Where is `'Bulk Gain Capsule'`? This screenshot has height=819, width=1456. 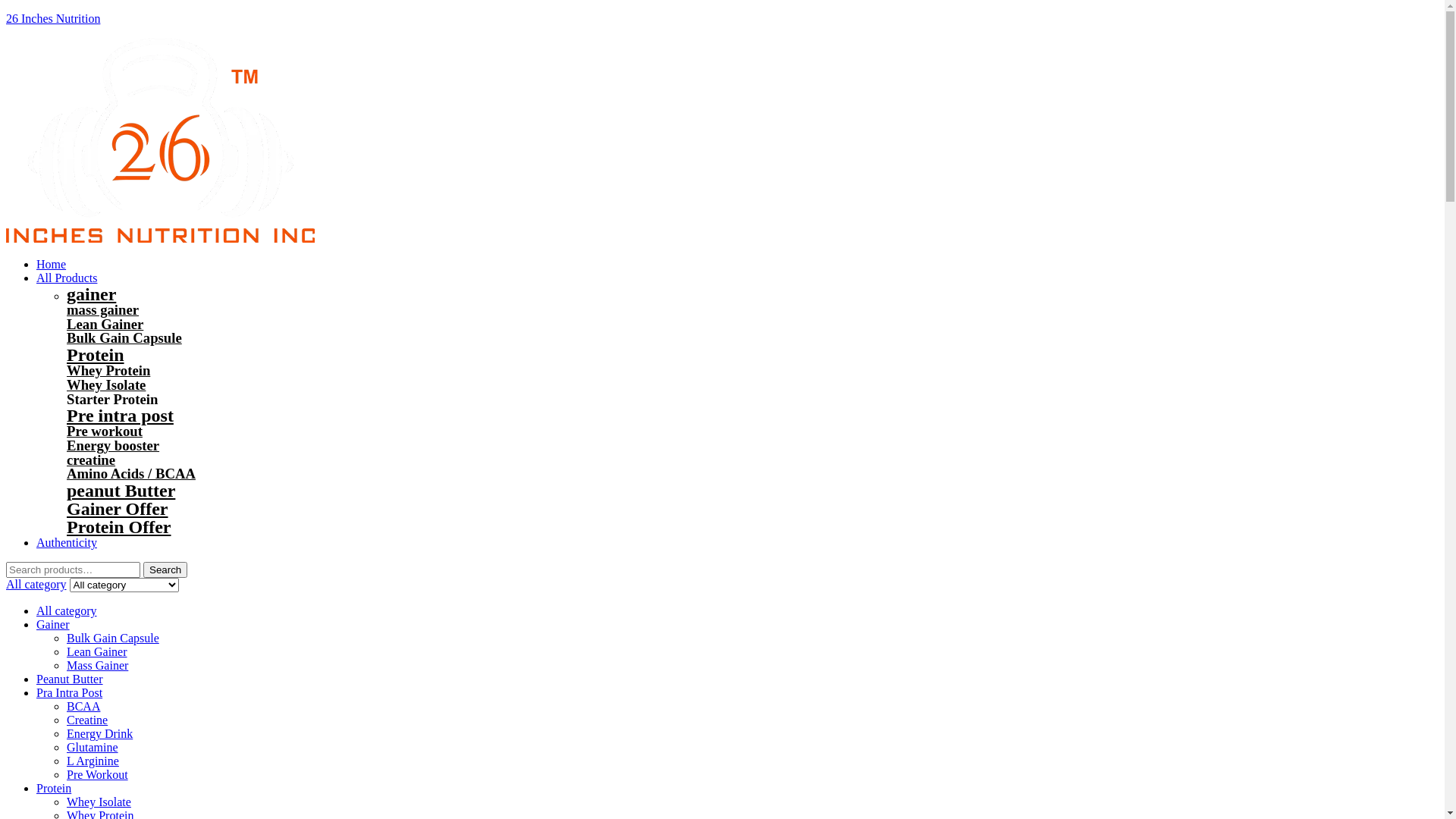
'Bulk Gain Capsule' is located at coordinates (111, 638).